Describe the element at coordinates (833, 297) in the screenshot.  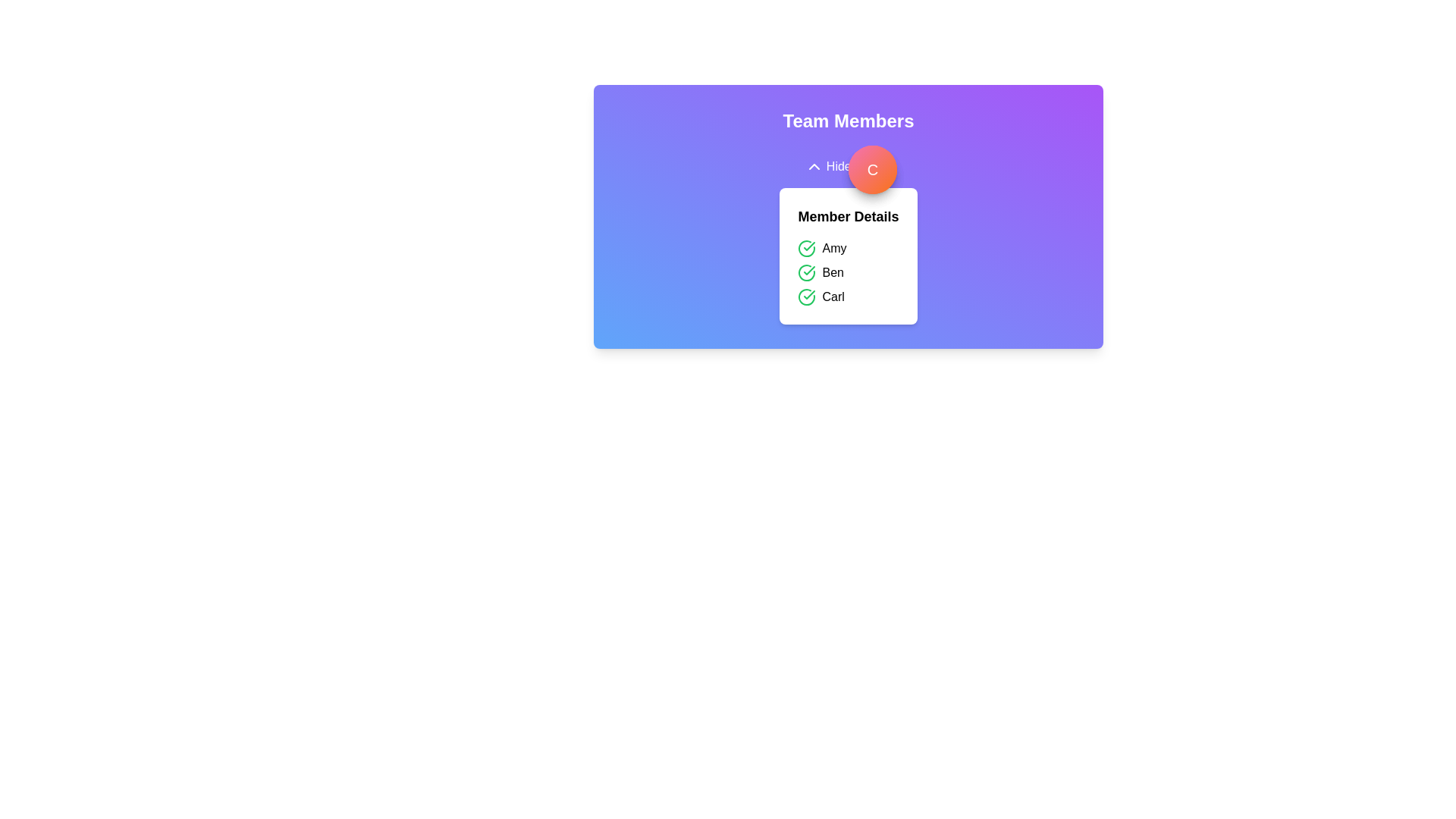
I see `the text label displaying the name 'Carl' in the 'Member Details' section, which is the third item in the list` at that location.